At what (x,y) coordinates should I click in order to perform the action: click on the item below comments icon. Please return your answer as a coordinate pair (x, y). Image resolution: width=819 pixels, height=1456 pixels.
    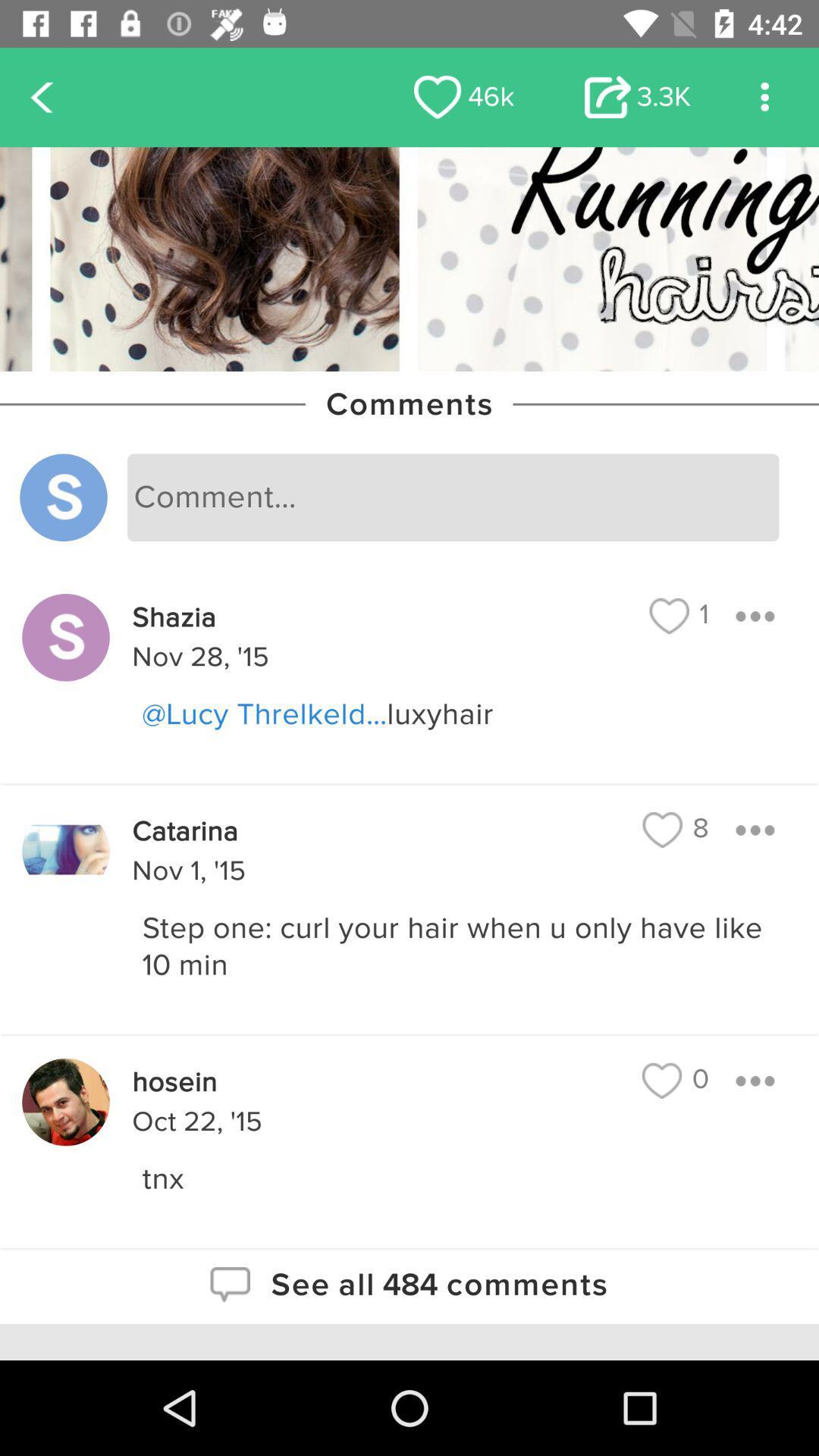
    Looking at the image, I should click on (452, 497).